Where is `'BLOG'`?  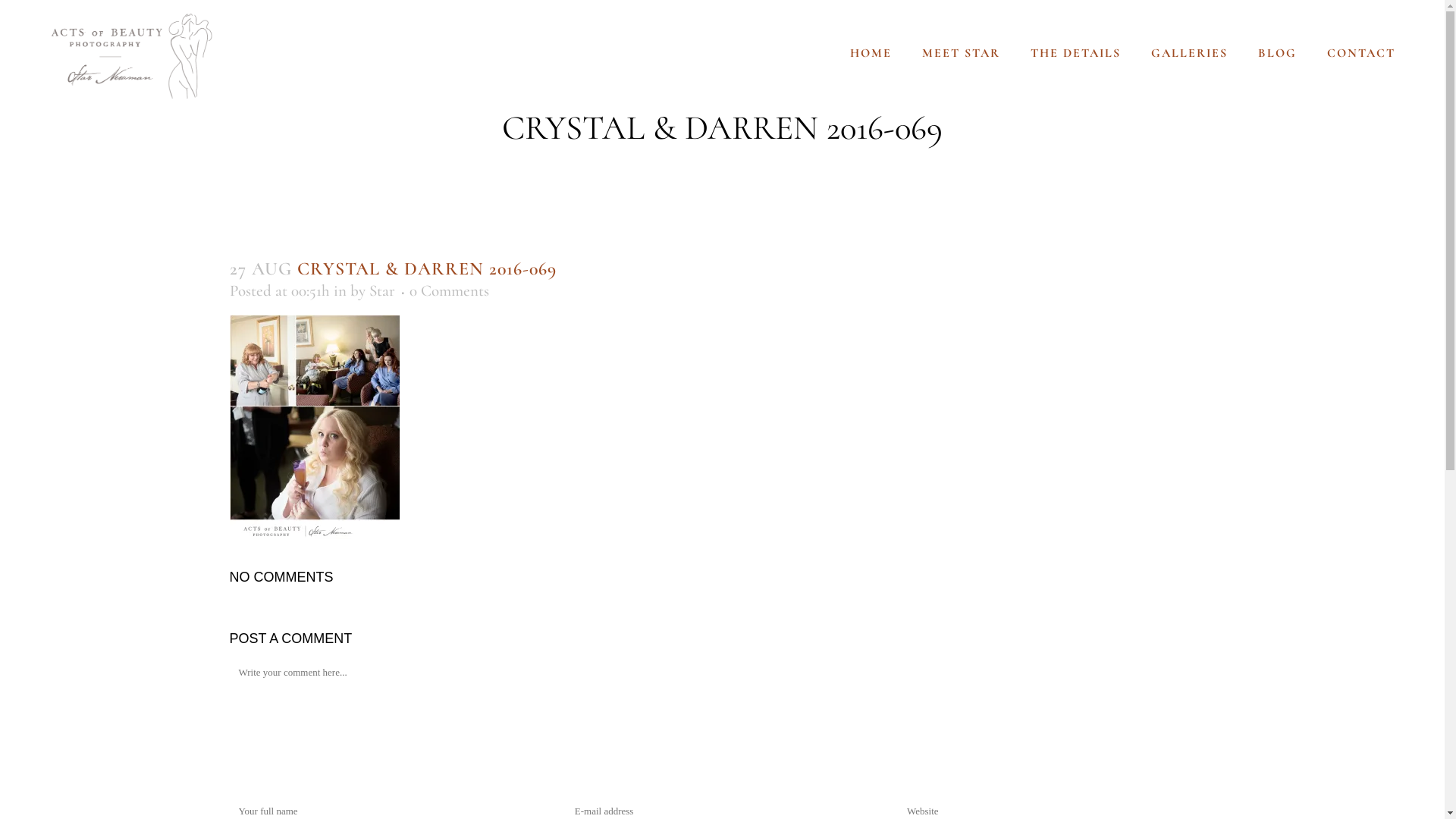 'BLOG' is located at coordinates (1276, 52).